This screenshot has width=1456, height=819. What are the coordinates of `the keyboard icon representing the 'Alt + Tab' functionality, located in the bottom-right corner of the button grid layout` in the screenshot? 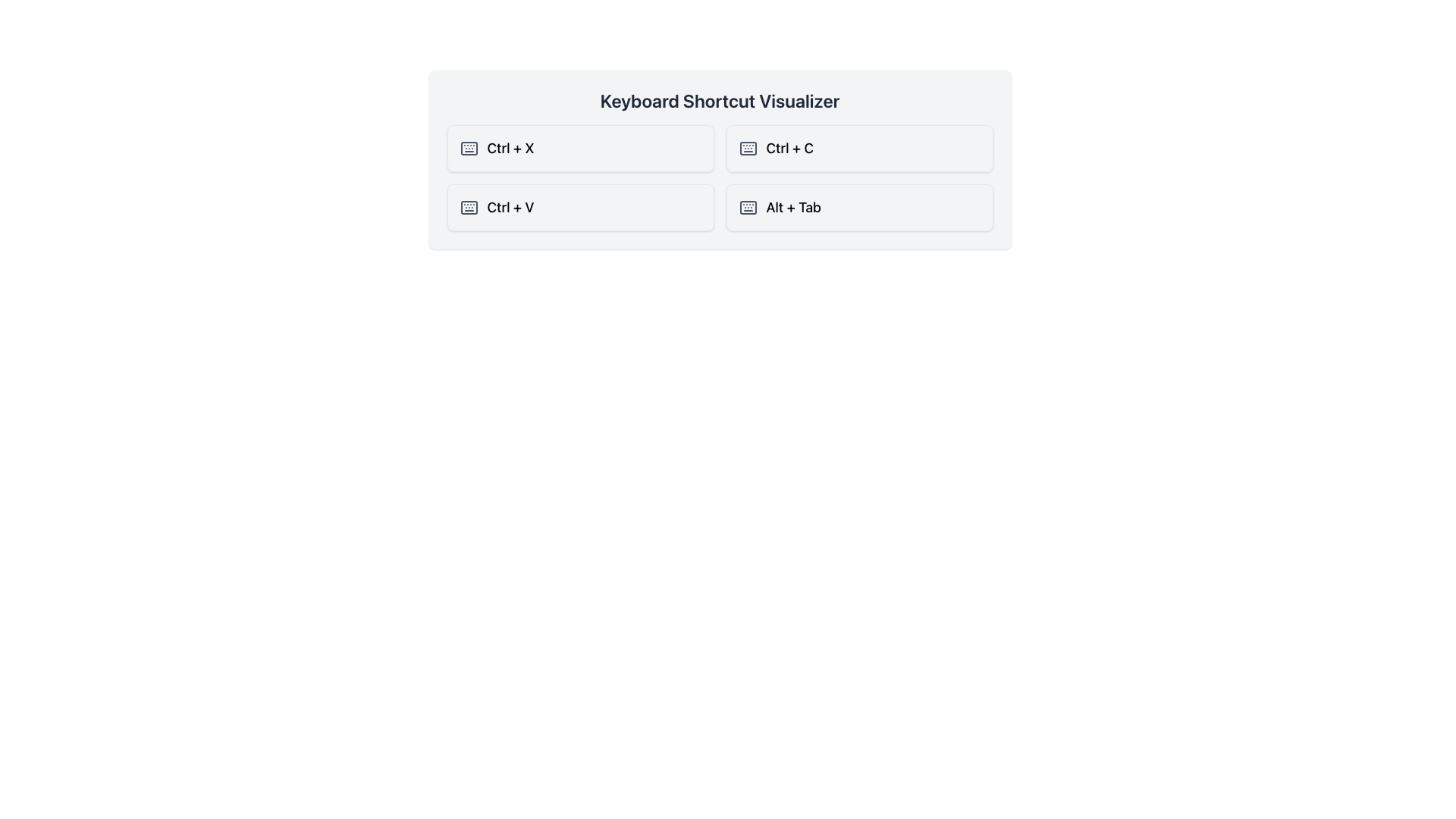 It's located at (748, 207).